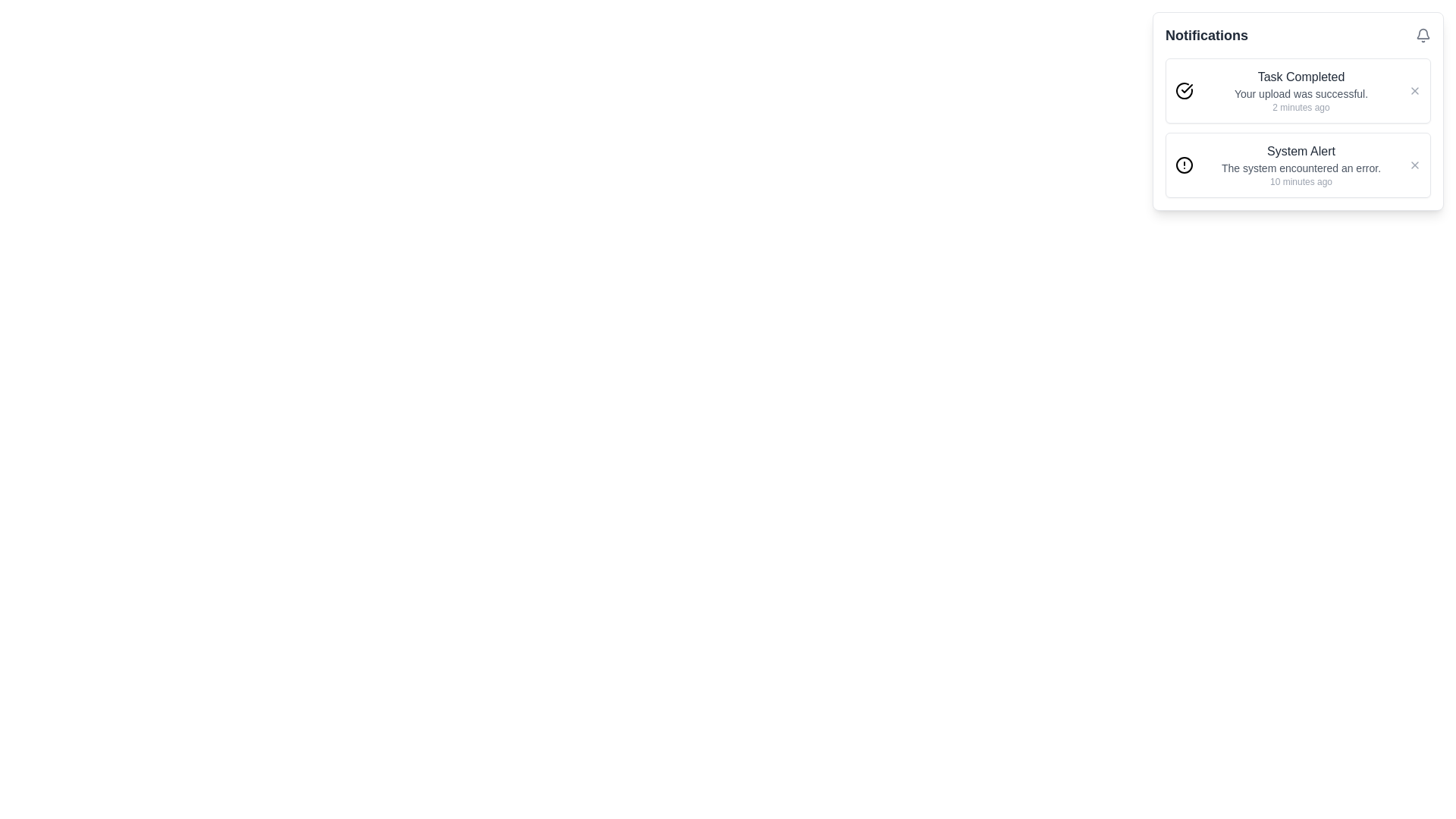  What do you see at coordinates (1422, 33) in the screenshot?
I see `the bell icon, which is positioned in the upper-right corner of the notification panel and visually represents alerts and notifications` at bounding box center [1422, 33].